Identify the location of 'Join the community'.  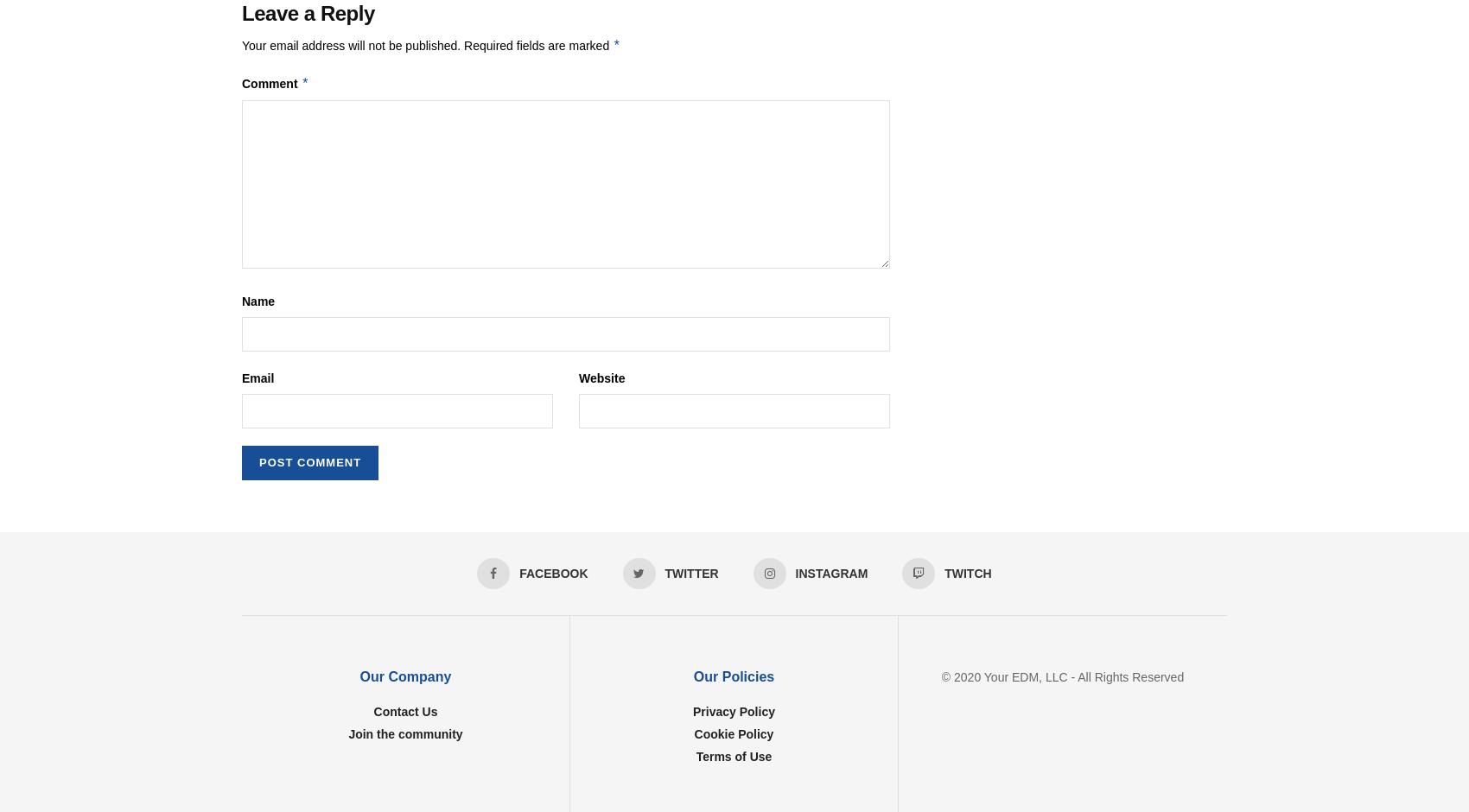
(405, 733).